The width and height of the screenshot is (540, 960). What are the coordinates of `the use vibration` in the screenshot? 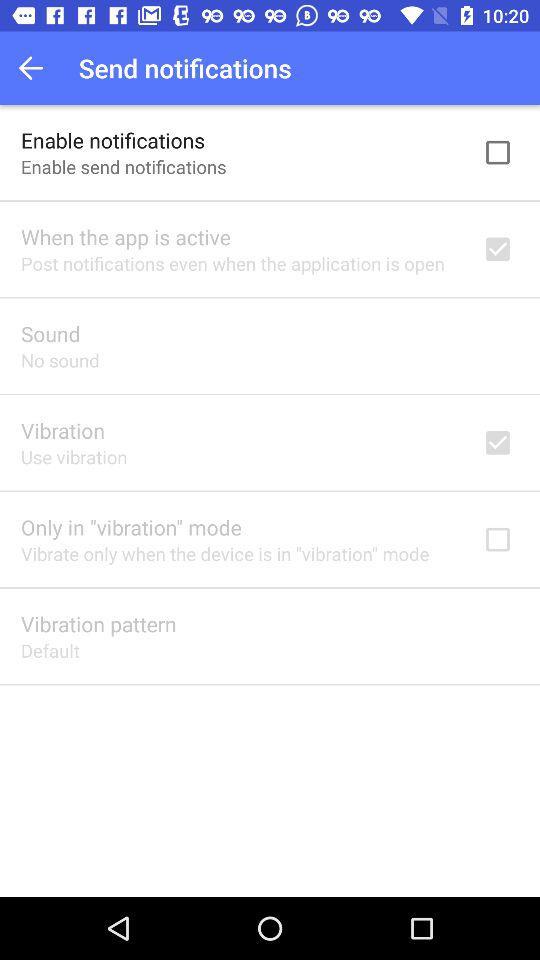 It's located at (73, 457).